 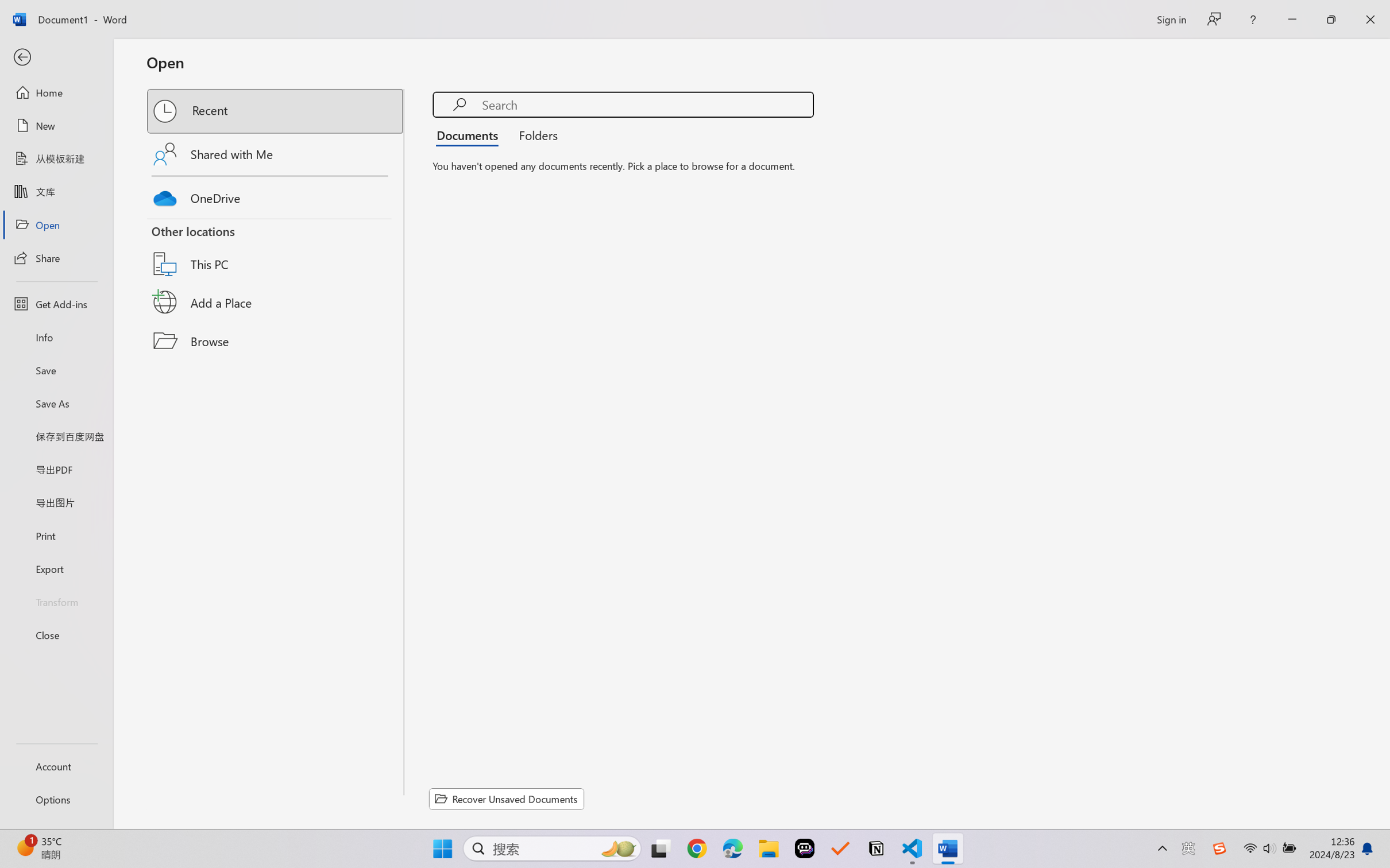 I want to click on 'Get Add-ins', so click(x=56, y=303).